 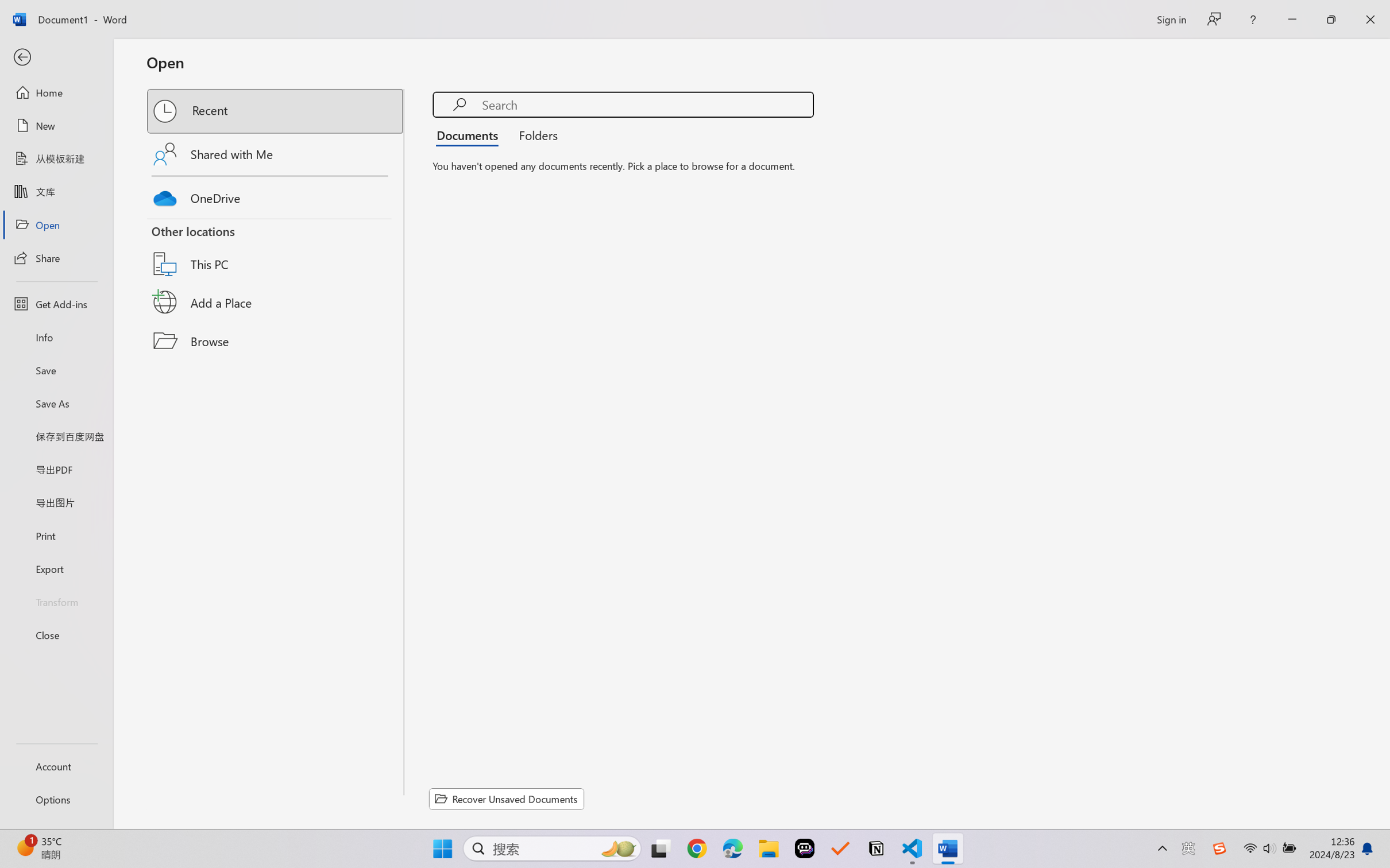 I want to click on 'Get Add-ins', so click(x=56, y=303).